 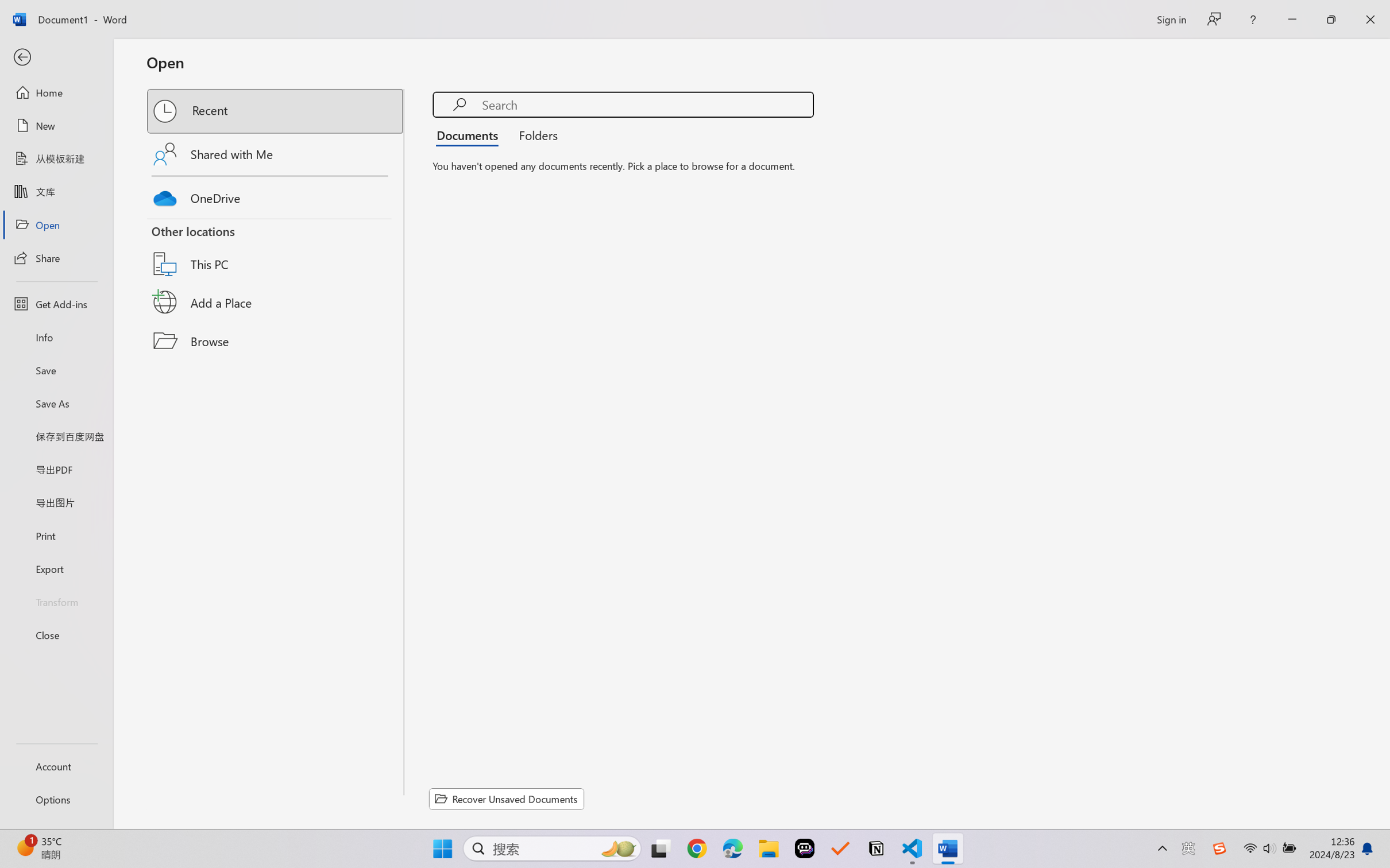 I want to click on 'Get Add-ins', so click(x=56, y=303).